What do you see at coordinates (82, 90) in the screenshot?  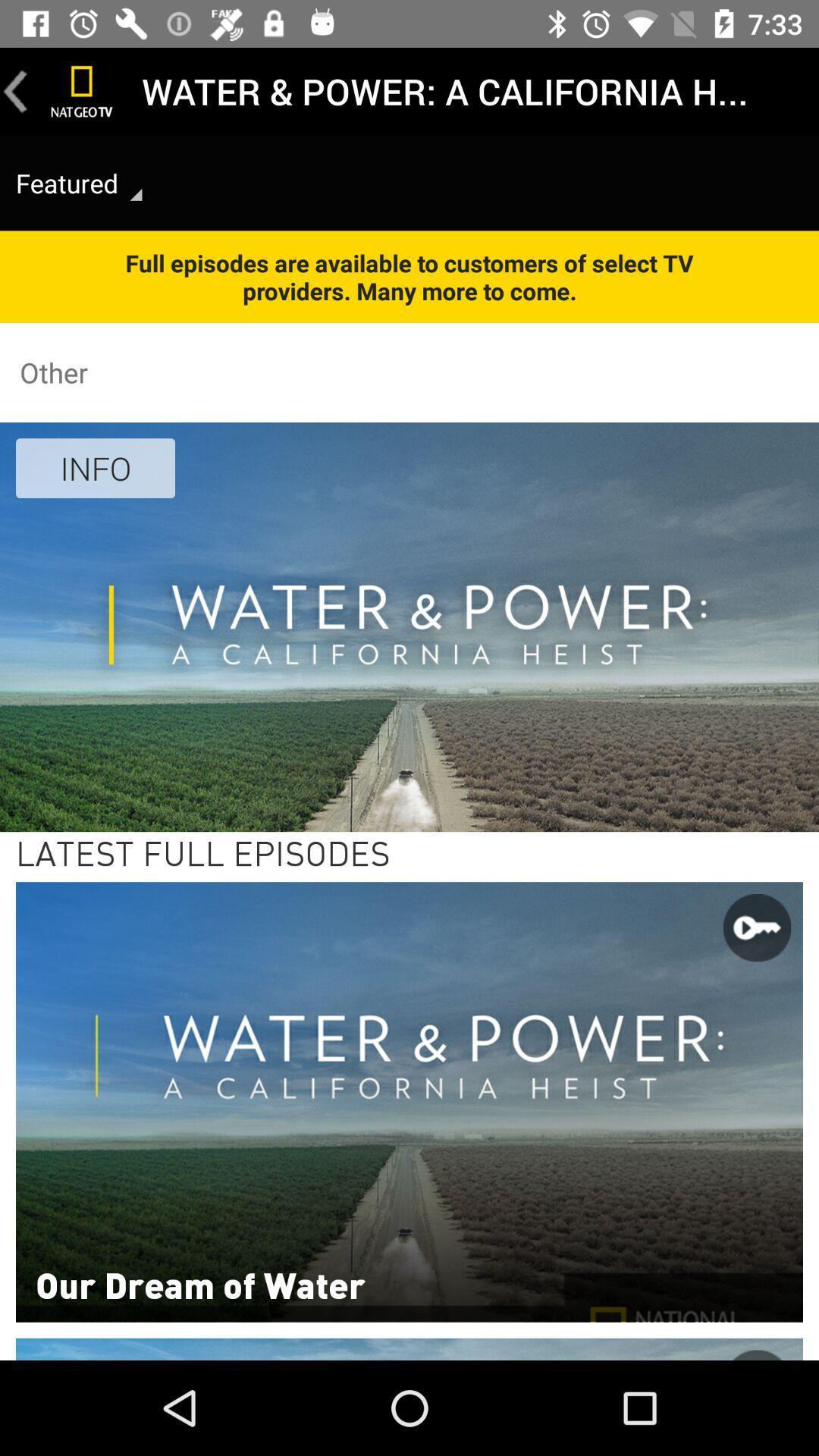 I see `national geography tv` at bounding box center [82, 90].